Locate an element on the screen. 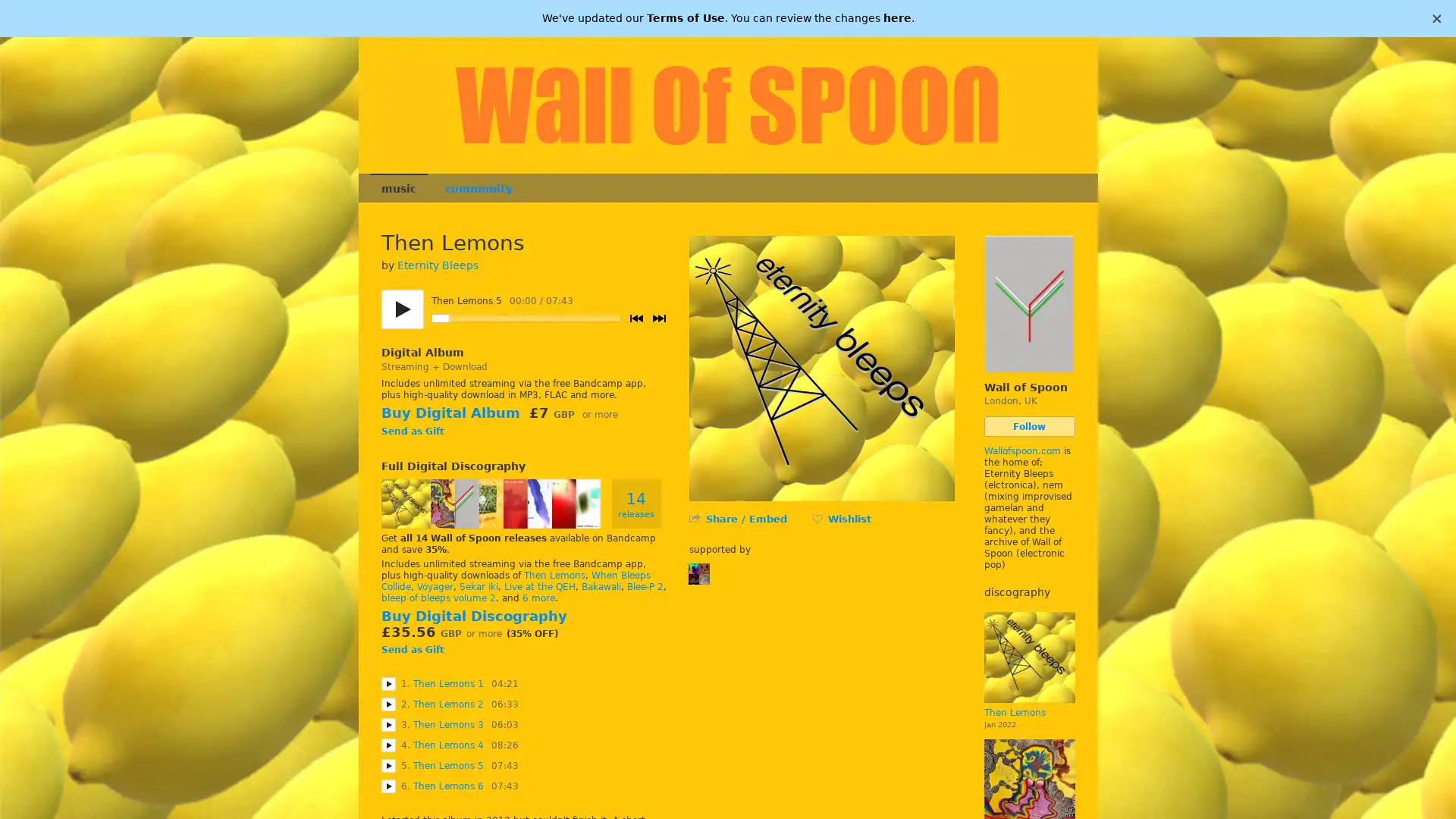 The image size is (1456, 819). Send as Gift is located at coordinates (412, 432).